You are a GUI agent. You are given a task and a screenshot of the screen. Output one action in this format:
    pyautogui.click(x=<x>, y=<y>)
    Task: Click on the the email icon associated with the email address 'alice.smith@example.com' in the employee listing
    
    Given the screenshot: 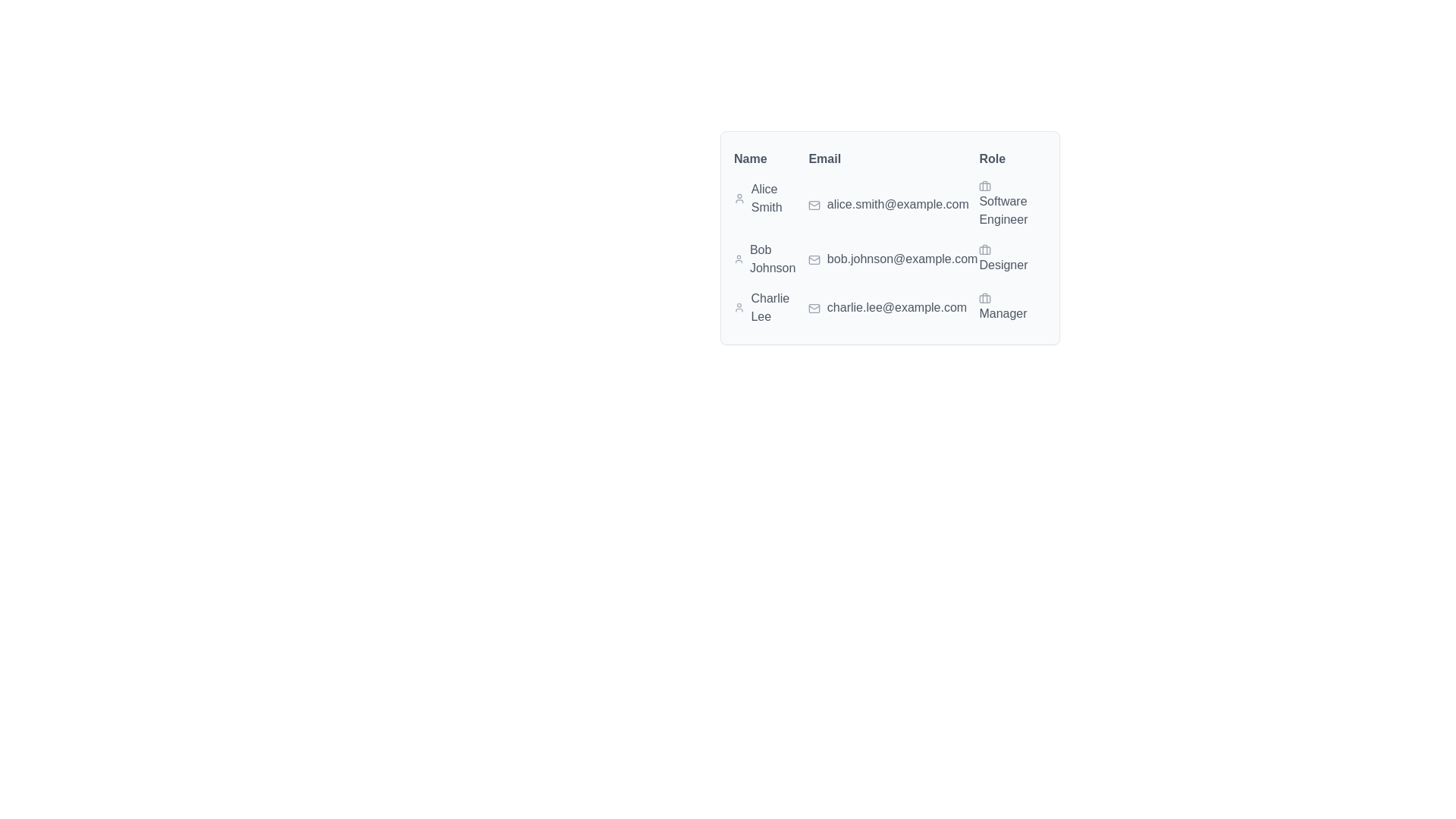 What is the action you would take?
    pyautogui.click(x=814, y=205)
    